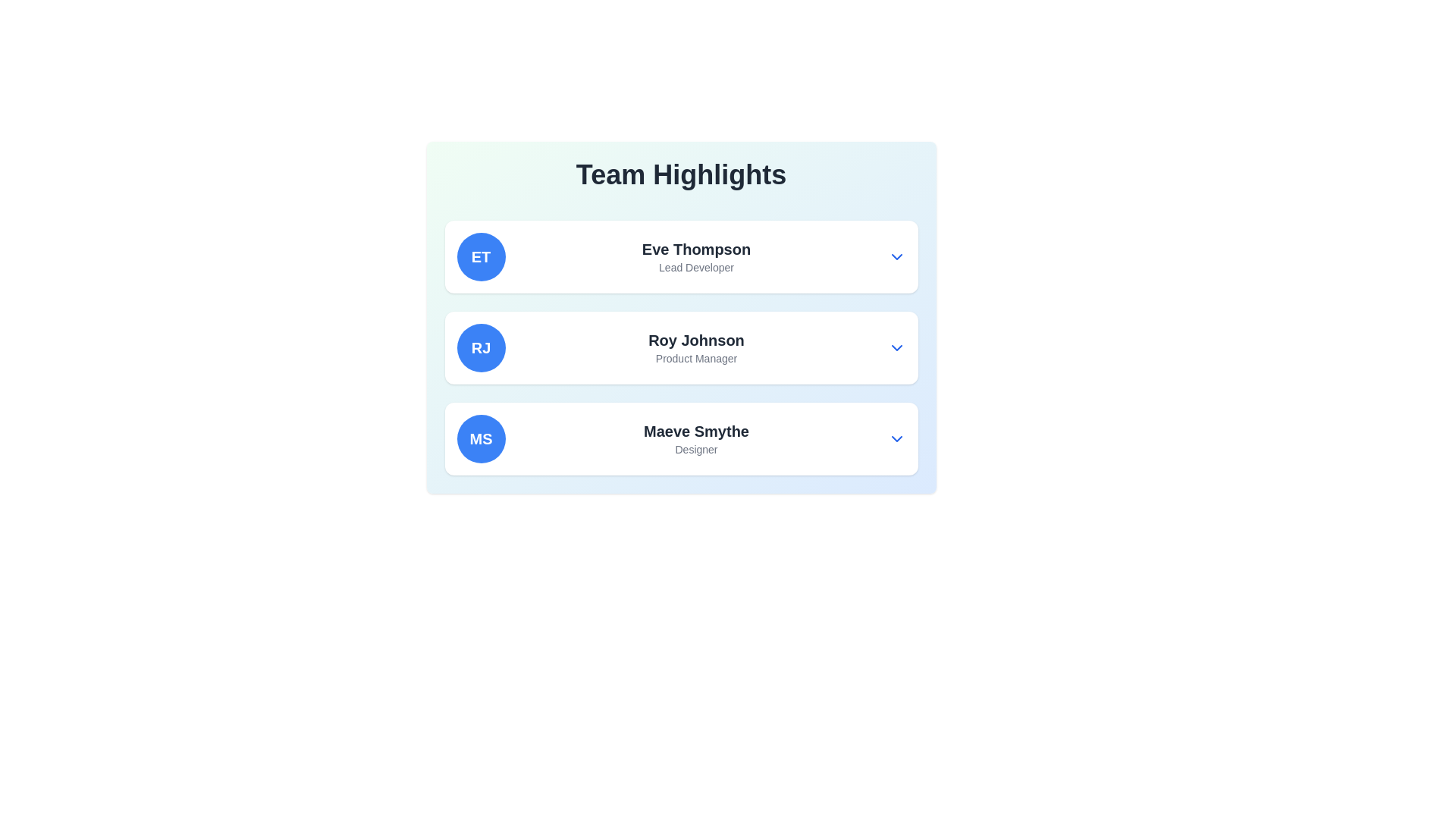  I want to click on the Circular Badge representing 'Eve Thompson', which is the leftmost element in the team member list, so click(480, 256).